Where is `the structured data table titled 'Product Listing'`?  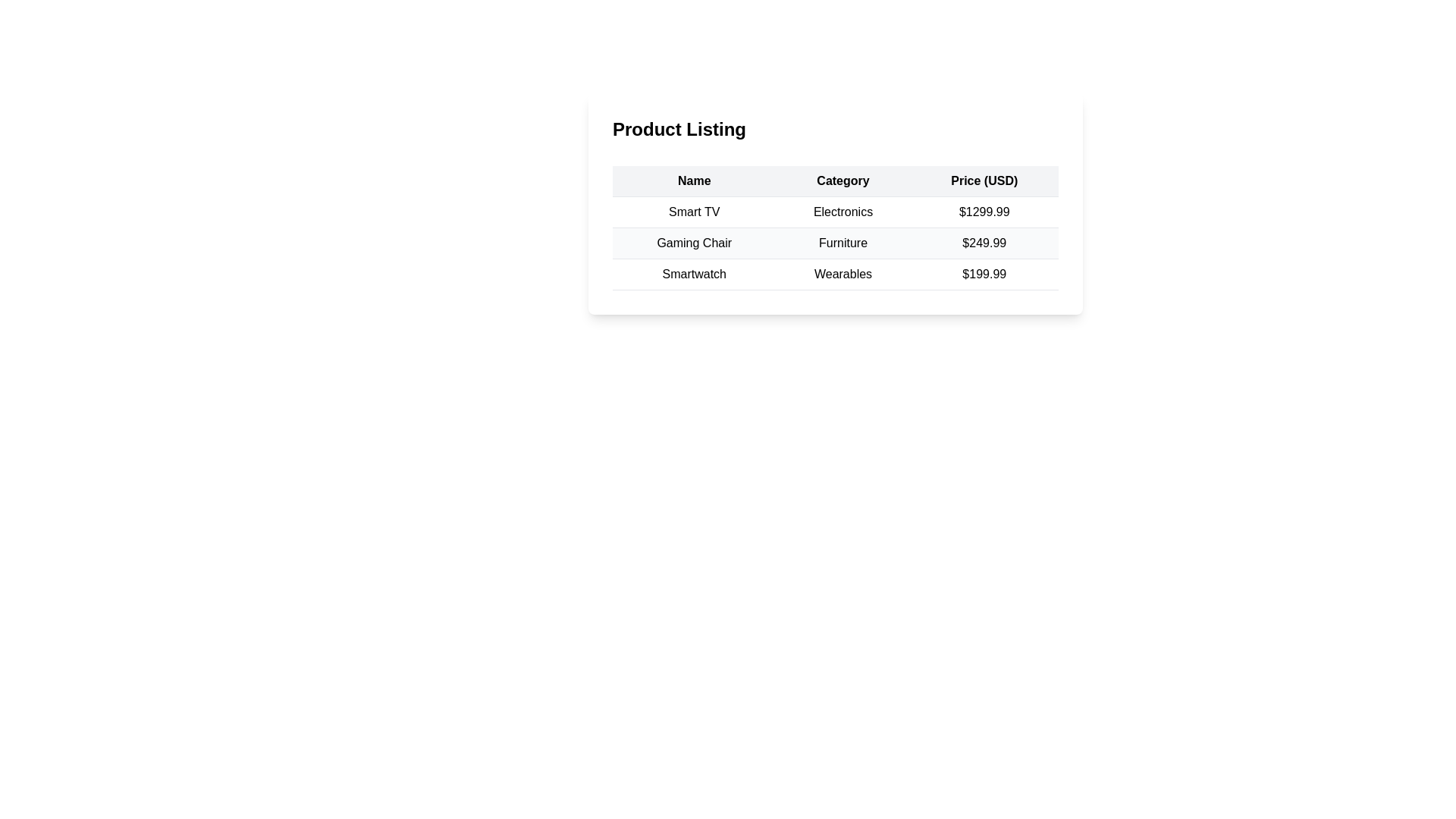 the structured data table titled 'Product Listing' is located at coordinates (835, 203).